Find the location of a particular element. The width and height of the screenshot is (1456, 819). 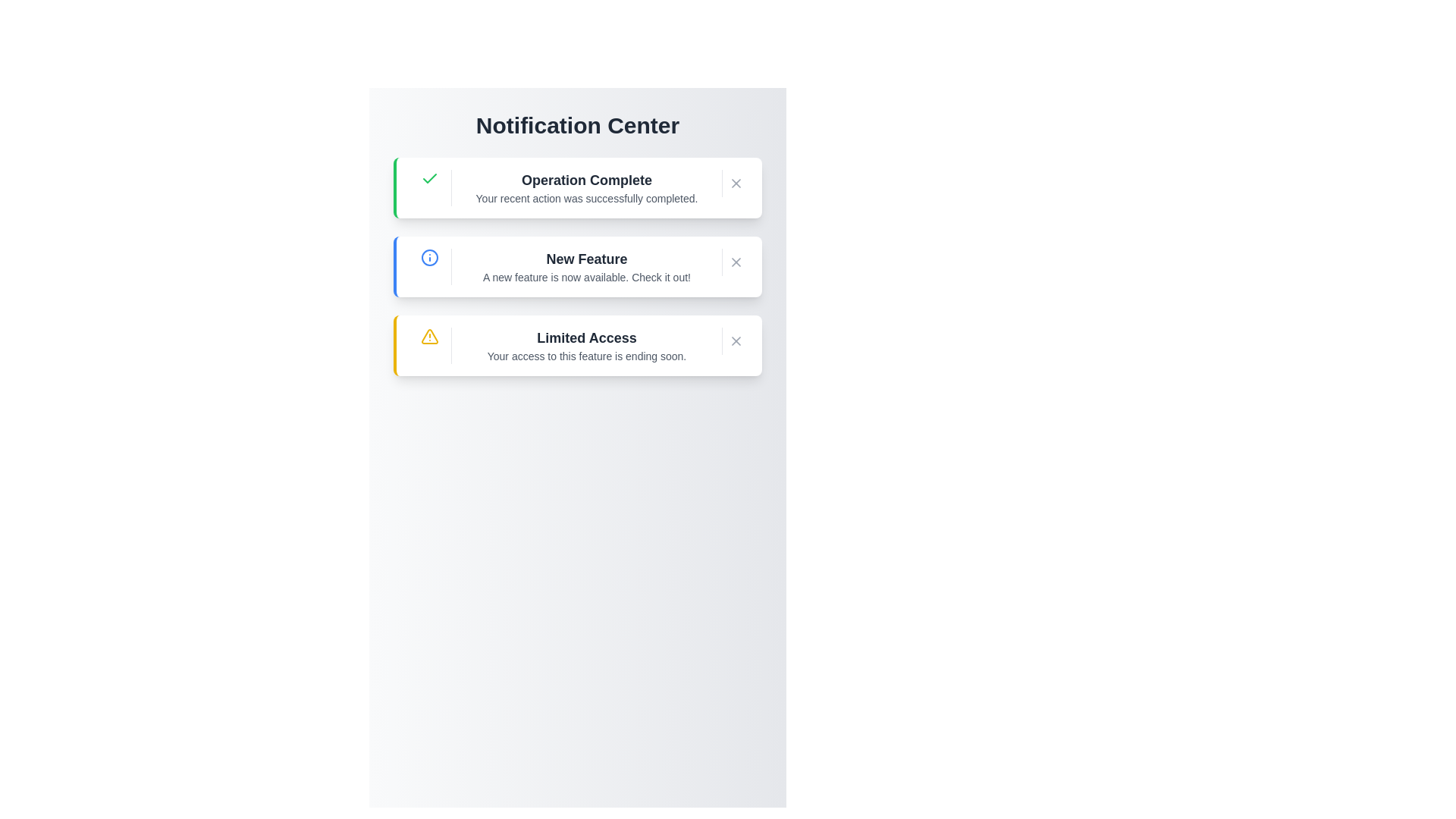

important notification text inside the third notification card located in the Notification Center, below the 'Operation Complete' and 'New Feature' notifications is located at coordinates (585, 345).